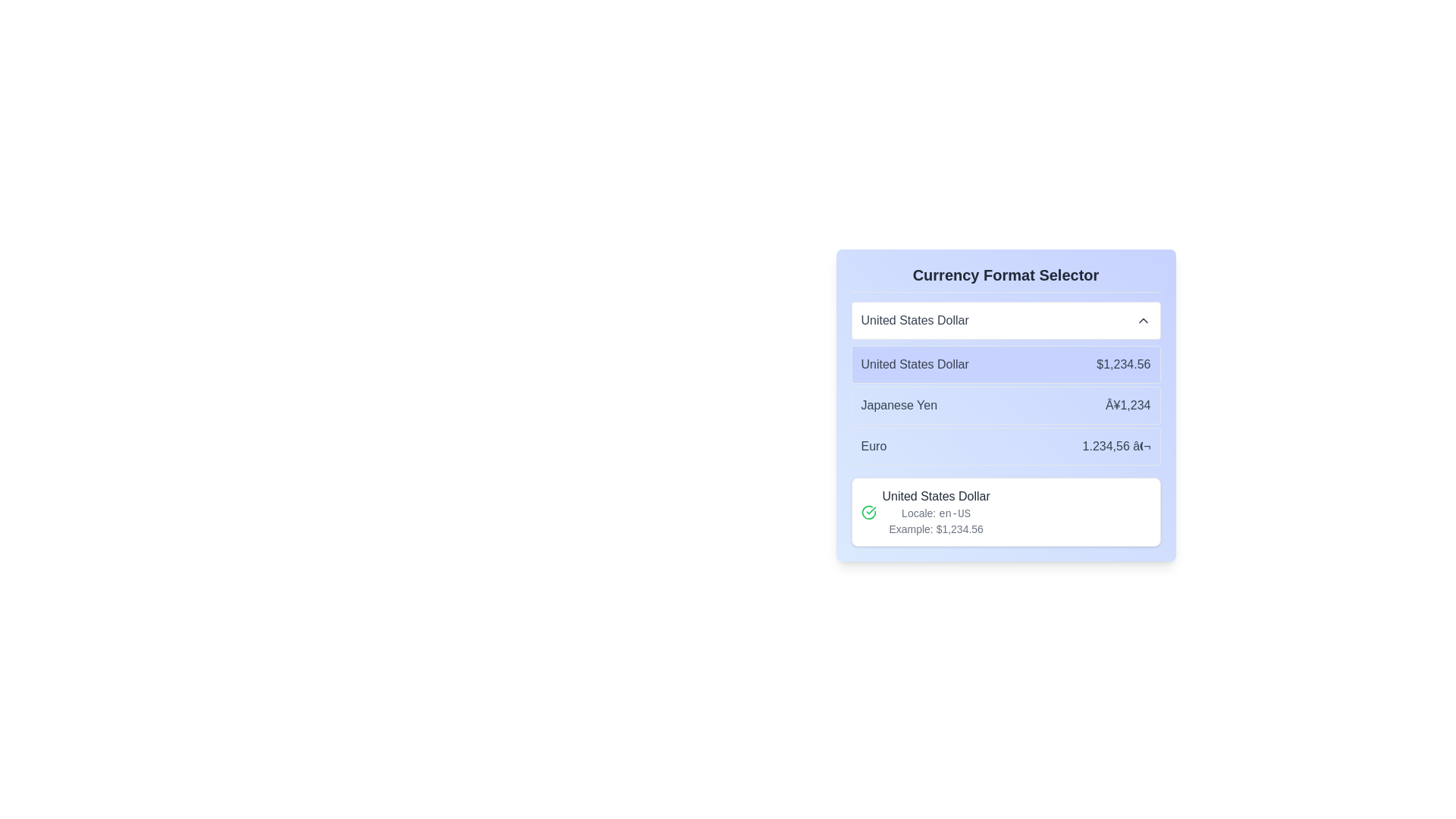 The height and width of the screenshot is (819, 1456). I want to click on the currency name displayed as 'United States Dollar' in a bold font, located in the upper portion of the list under the header 'Currency Format Selector.', so click(914, 365).